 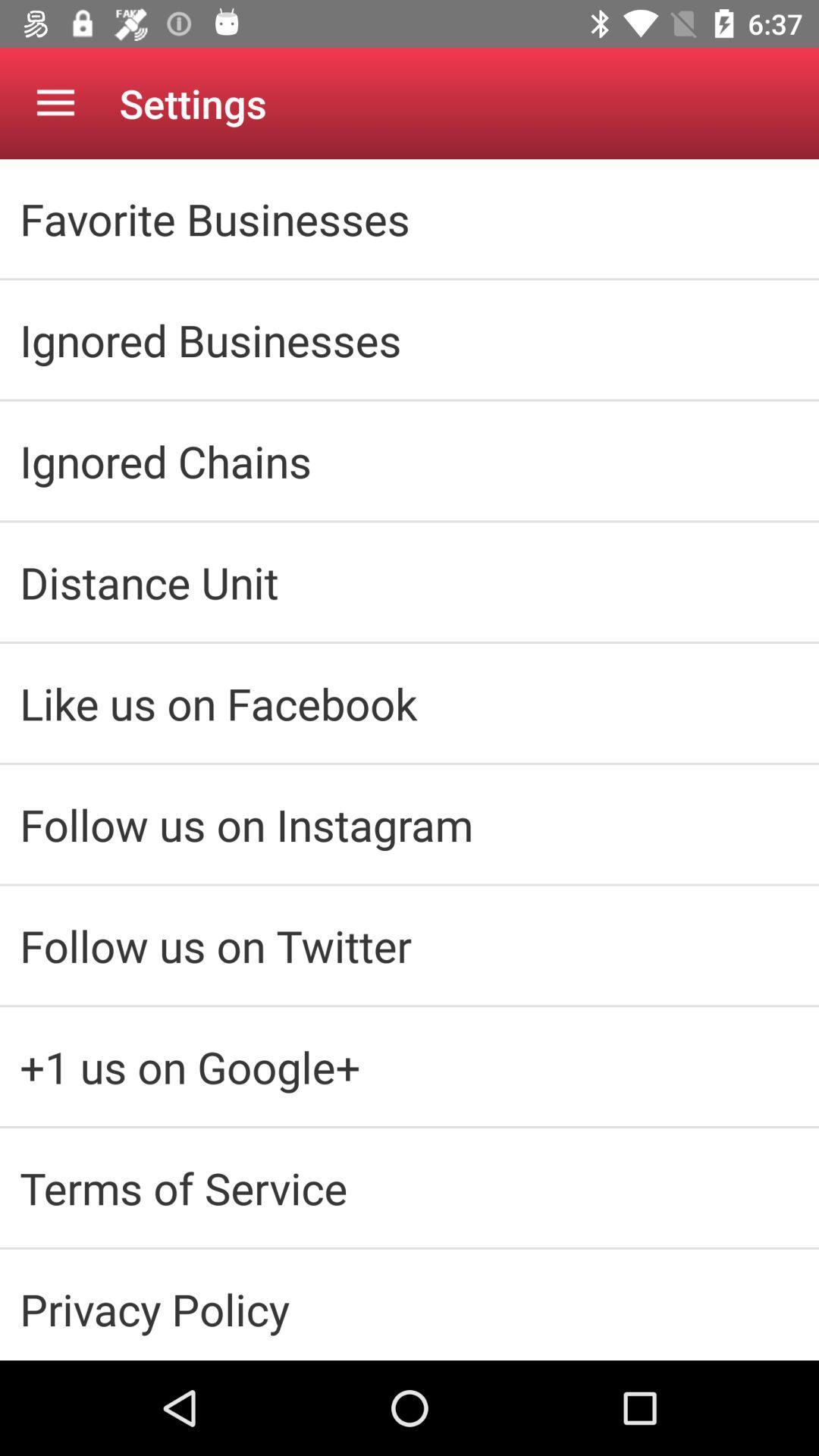 What do you see at coordinates (409, 1187) in the screenshot?
I see `the terms of service icon` at bounding box center [409, 1187].